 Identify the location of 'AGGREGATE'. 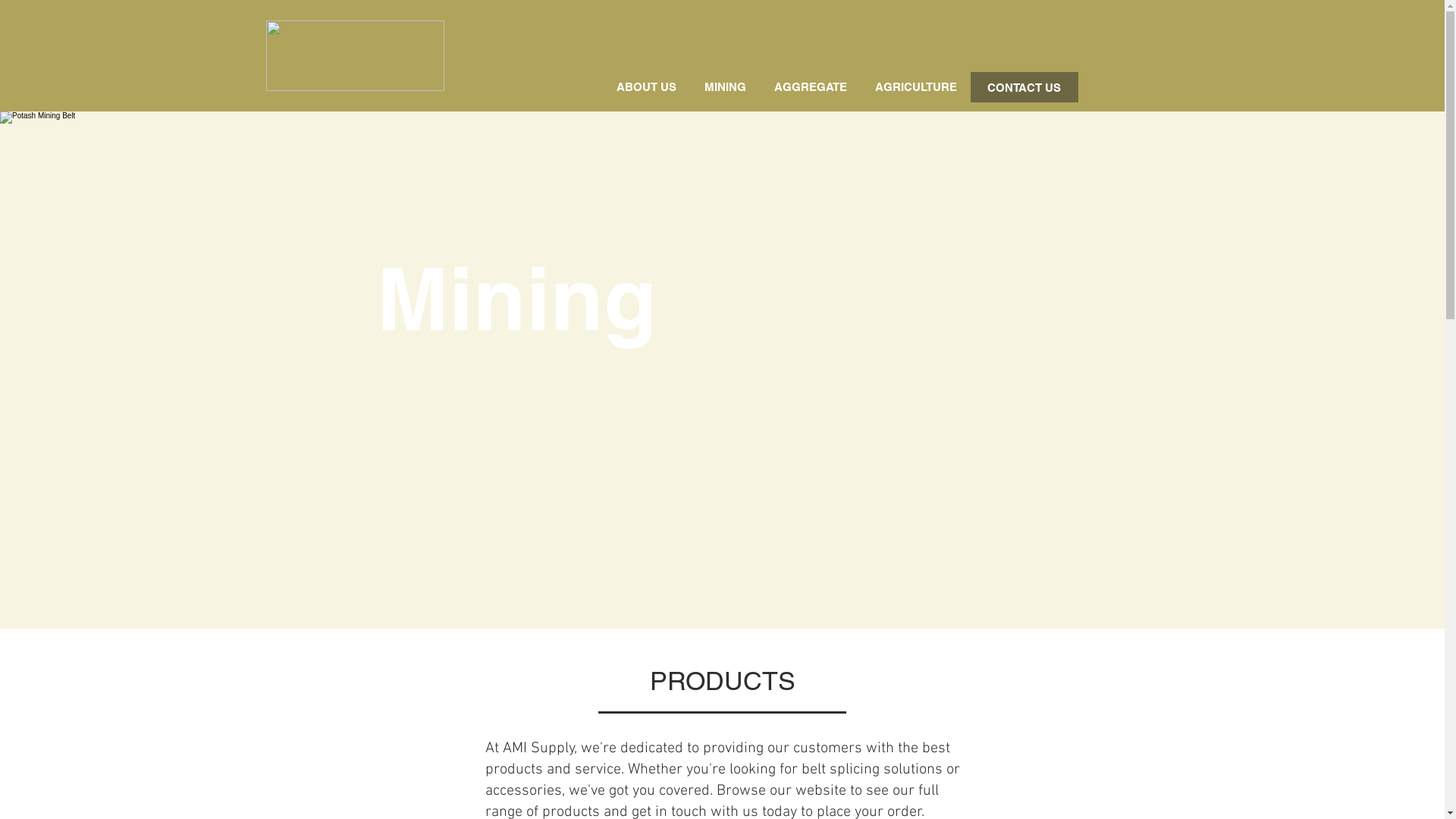
(809, 87).